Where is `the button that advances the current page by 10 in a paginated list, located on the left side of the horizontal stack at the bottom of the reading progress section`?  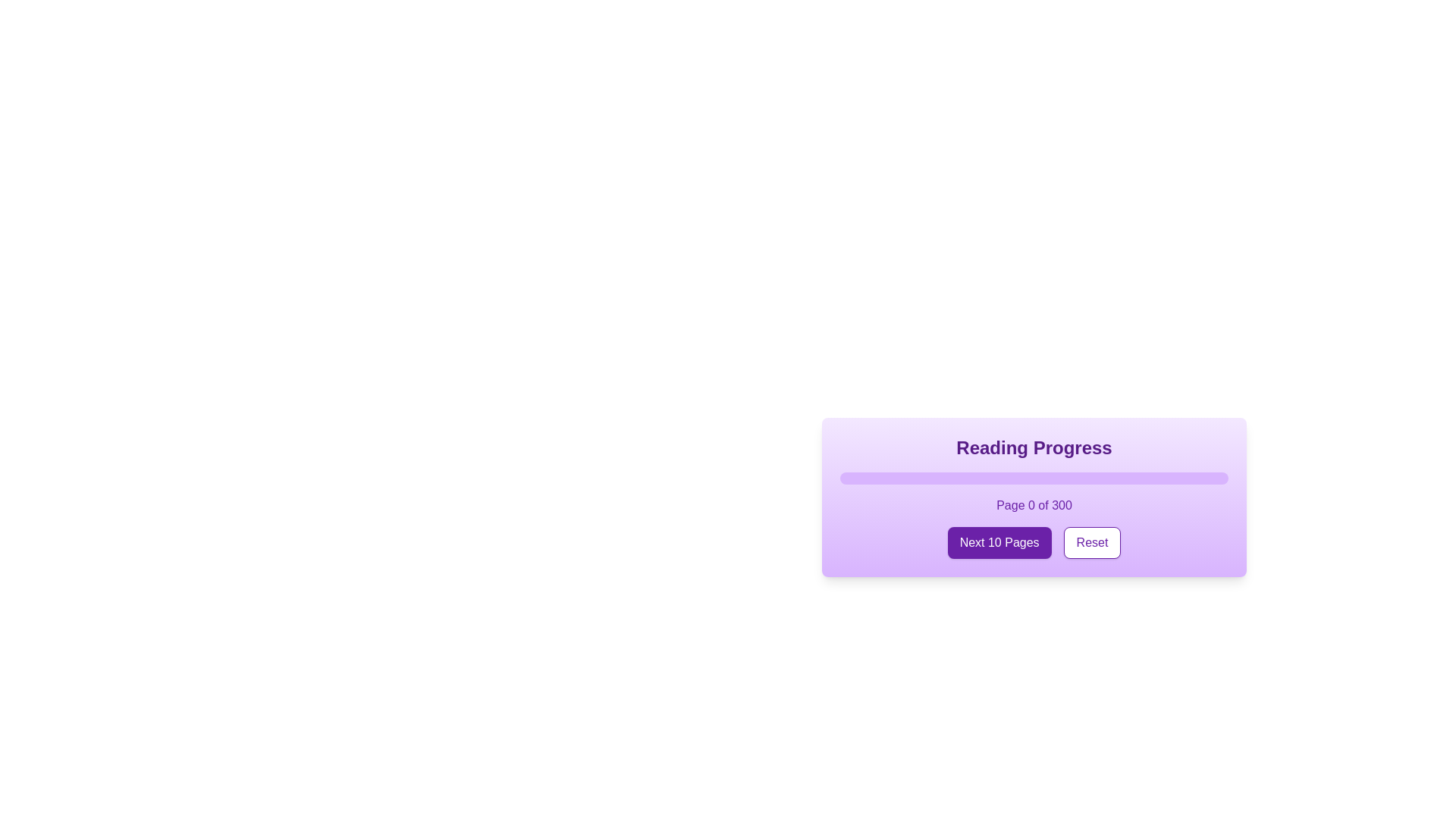 the button that advances the current page by 10 in a paginated list, located on the left side of the horizontal stack at the bottom of the reading progress section is located at coordinates (999, 542).